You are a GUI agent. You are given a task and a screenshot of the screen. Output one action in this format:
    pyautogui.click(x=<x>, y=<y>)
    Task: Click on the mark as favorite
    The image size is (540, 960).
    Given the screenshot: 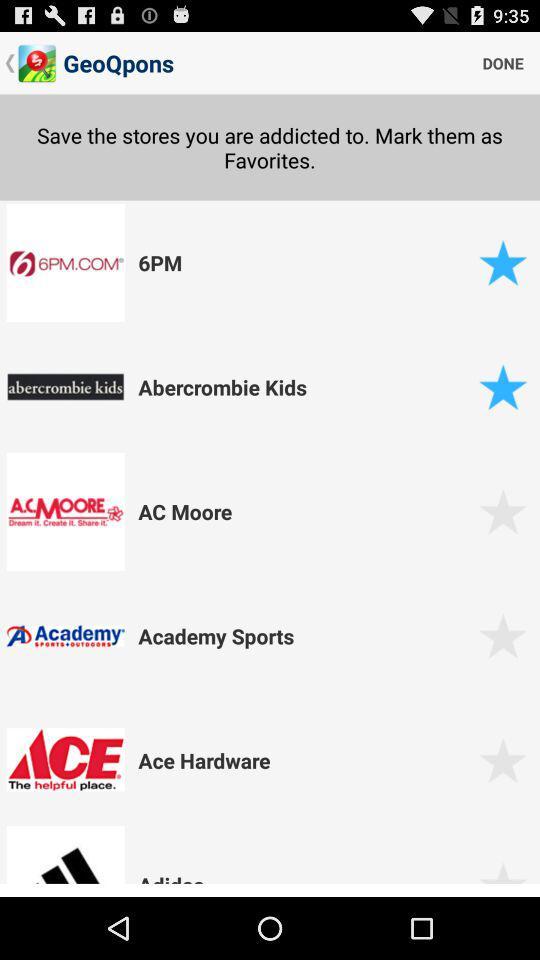 What is the action you would take?
    pyautogui.click(x=502, y=635)
    